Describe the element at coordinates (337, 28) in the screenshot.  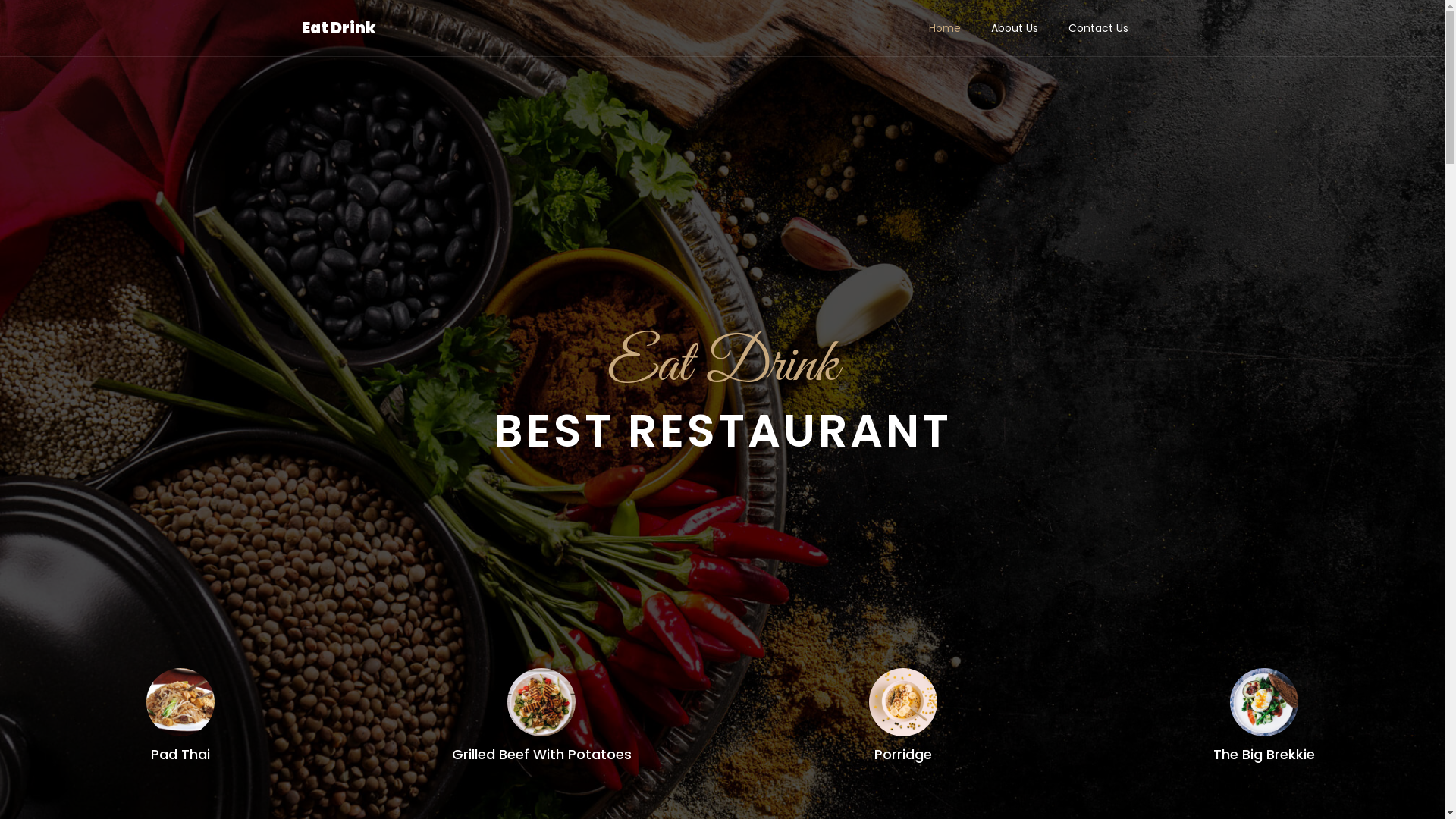
I see `'Eat Drink'` at that location.